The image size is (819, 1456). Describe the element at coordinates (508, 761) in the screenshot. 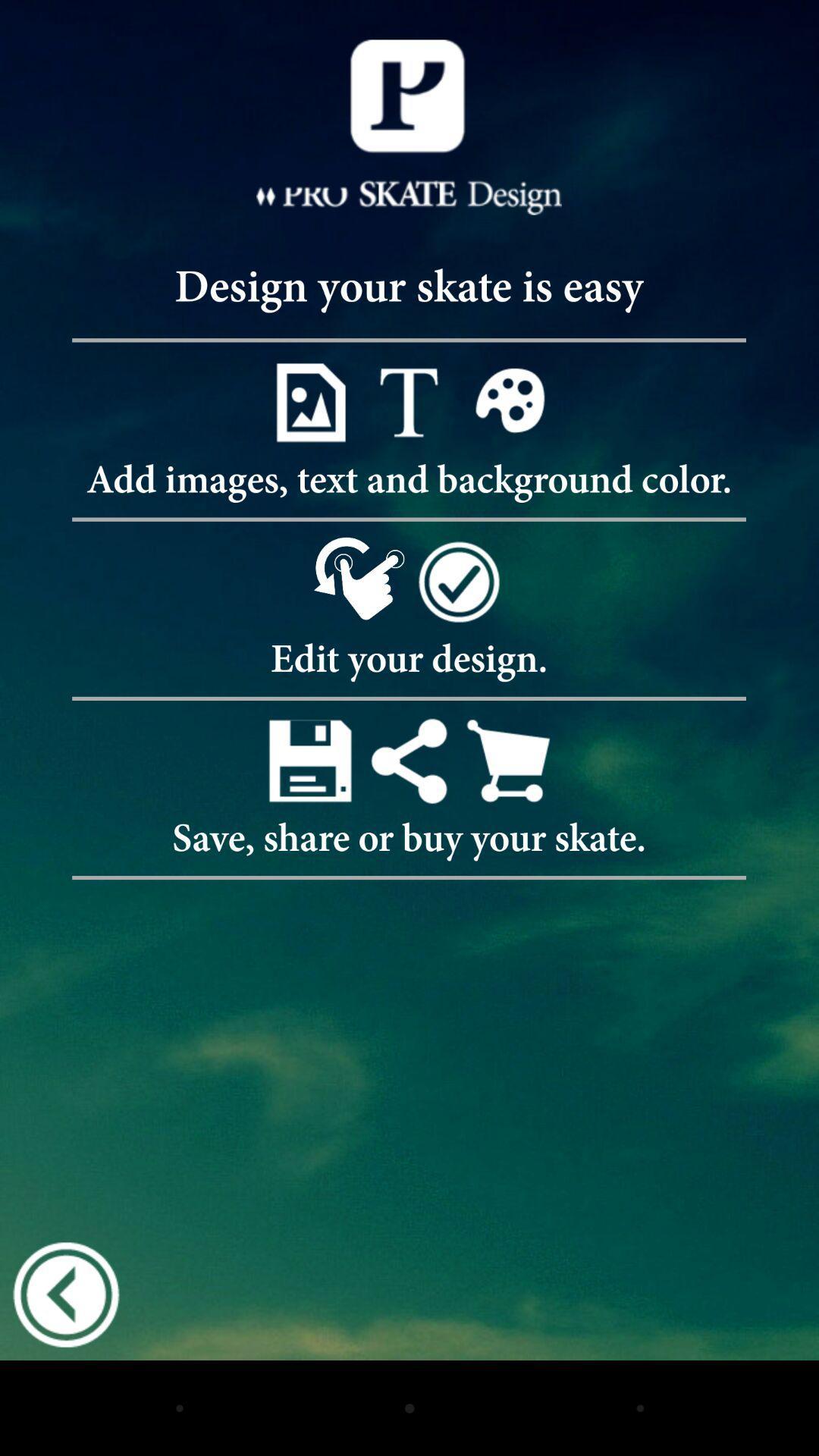

I see `your shopping cart and purchase` at that location.